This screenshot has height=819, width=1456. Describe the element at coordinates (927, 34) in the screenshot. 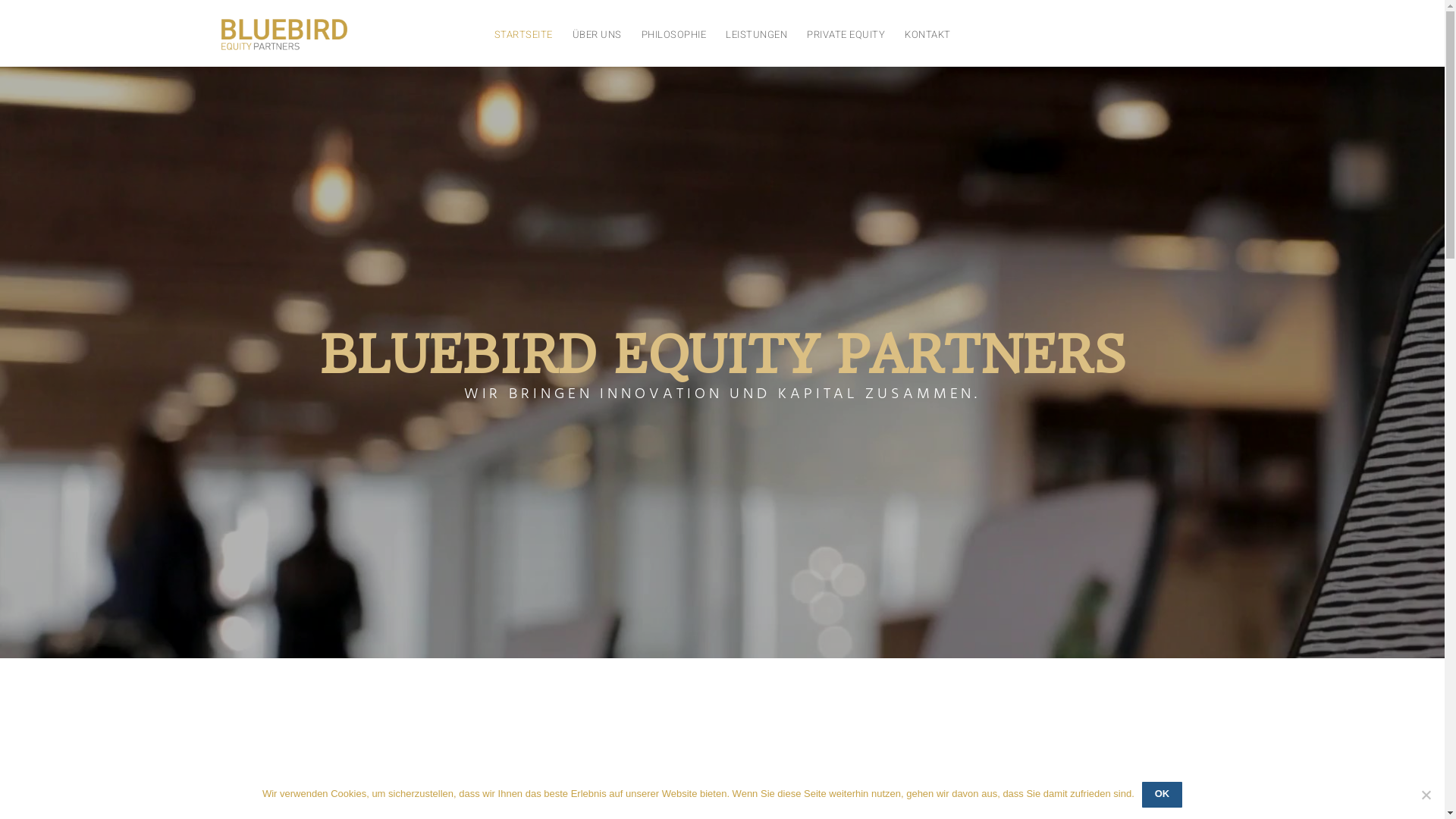

I see `'KONTAKT'` at that location.